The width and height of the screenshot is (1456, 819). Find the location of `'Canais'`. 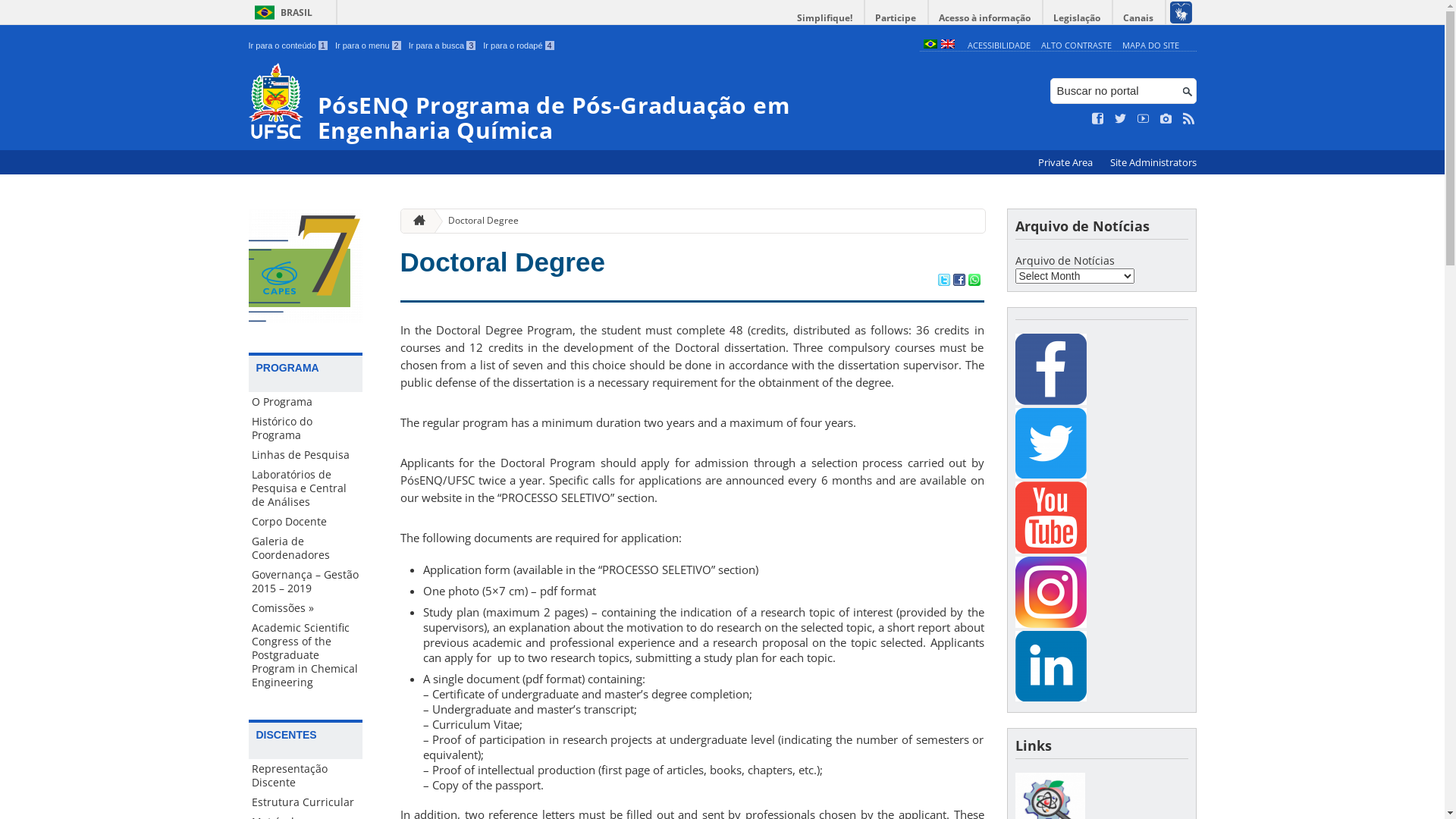

'Canais' is located at coordinates (1139, 17).